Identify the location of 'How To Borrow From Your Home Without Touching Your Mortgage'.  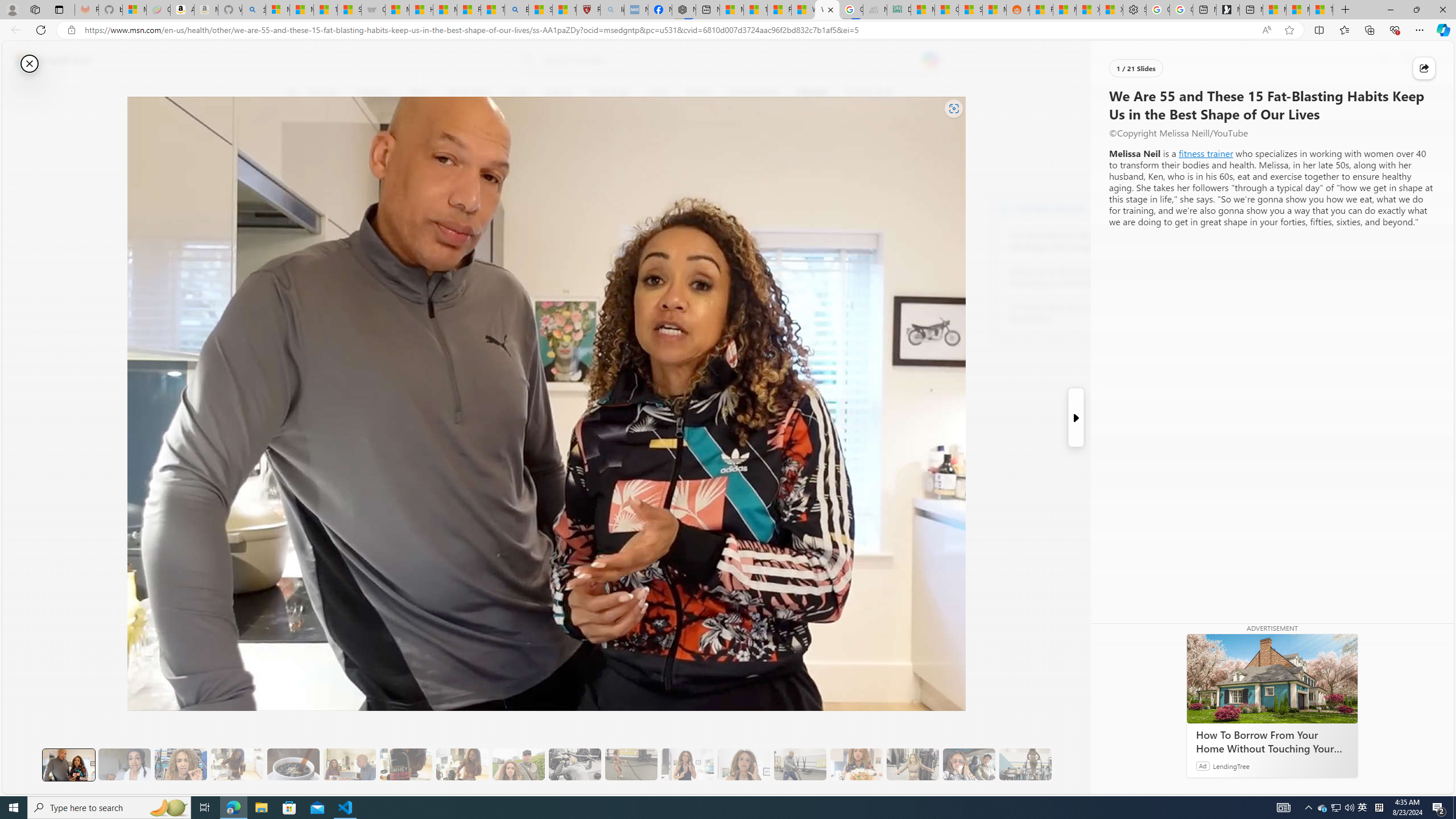
(1271, 678).